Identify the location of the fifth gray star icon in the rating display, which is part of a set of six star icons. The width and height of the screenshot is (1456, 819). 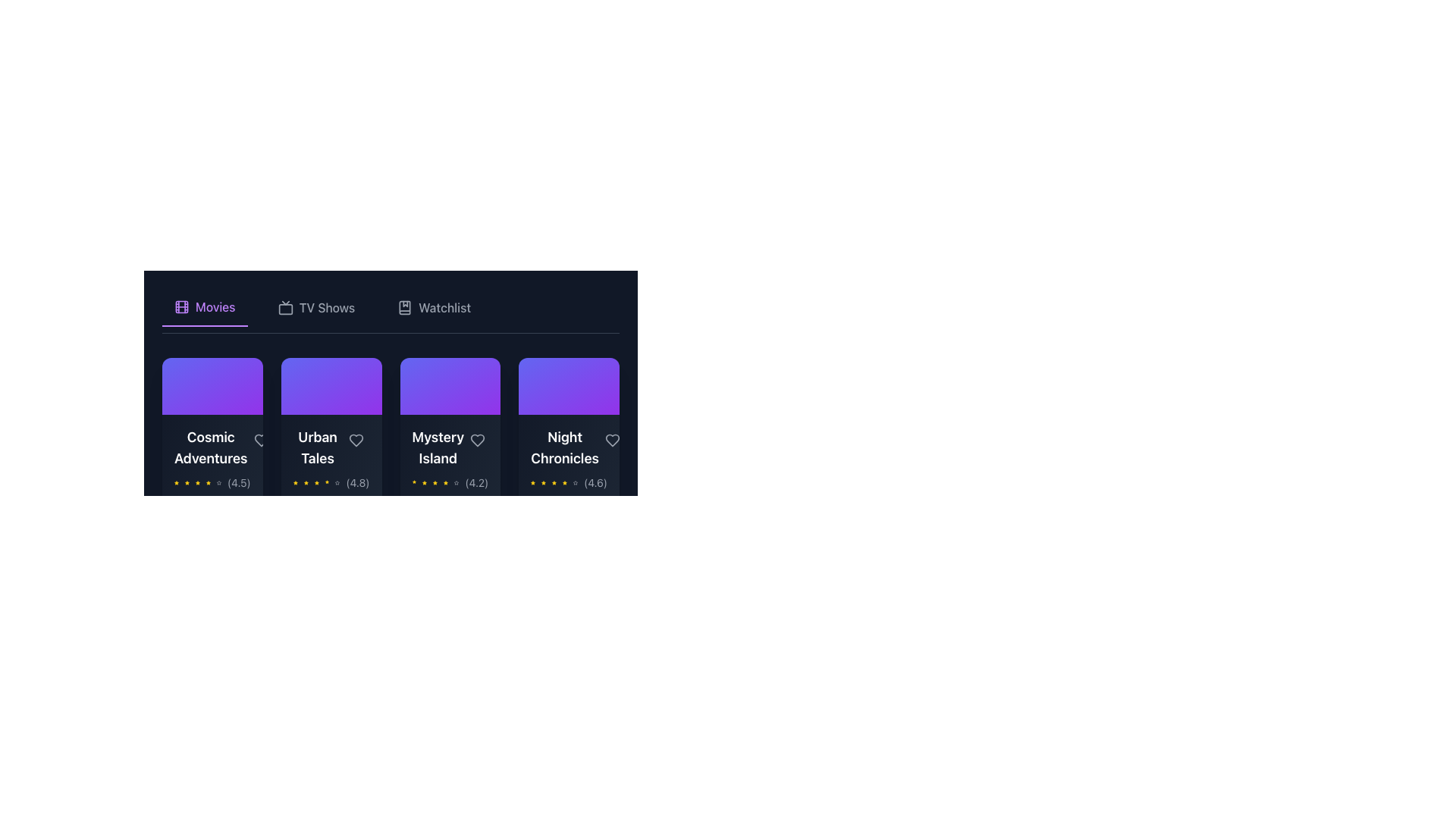
(574, 482).